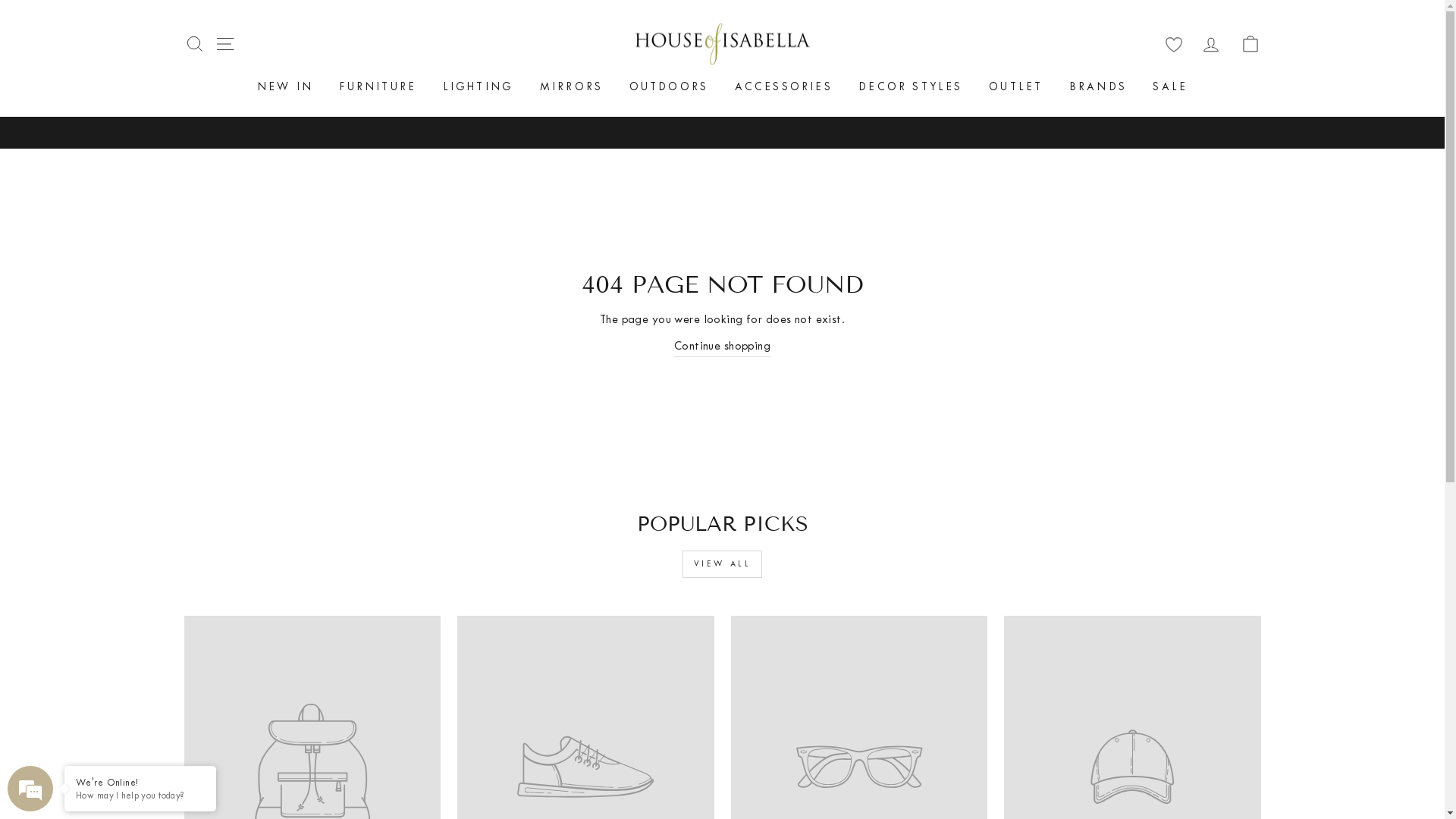 Image resolution: width=1456 pixels, height=819 pixels. What do you see at coordinates (327, 86) in the screenshot?
I see `'FURNITURE'` at bounding box center [327, 86].